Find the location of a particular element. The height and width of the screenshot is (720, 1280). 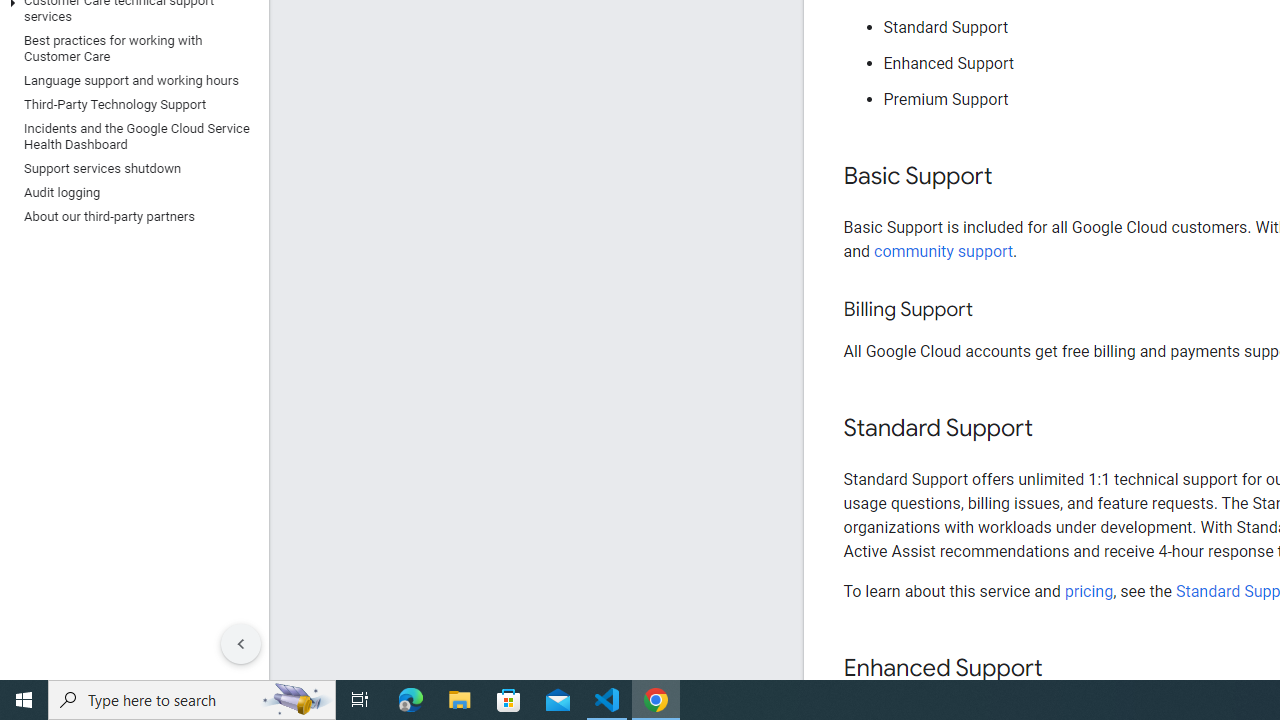

'Language support and working hours' is located at coordinates (129, 80).